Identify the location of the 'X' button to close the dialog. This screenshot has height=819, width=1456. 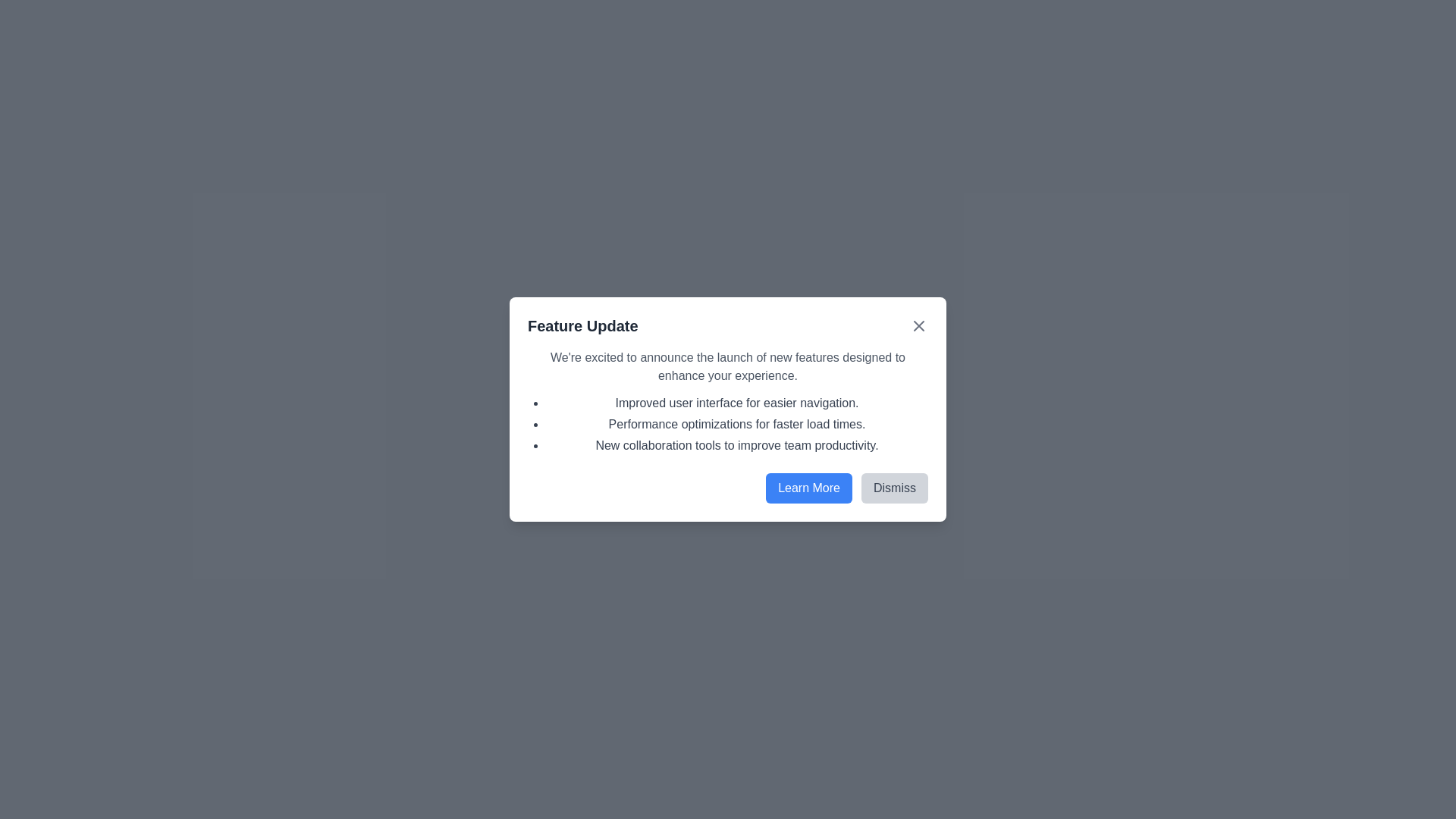
(918, 325).